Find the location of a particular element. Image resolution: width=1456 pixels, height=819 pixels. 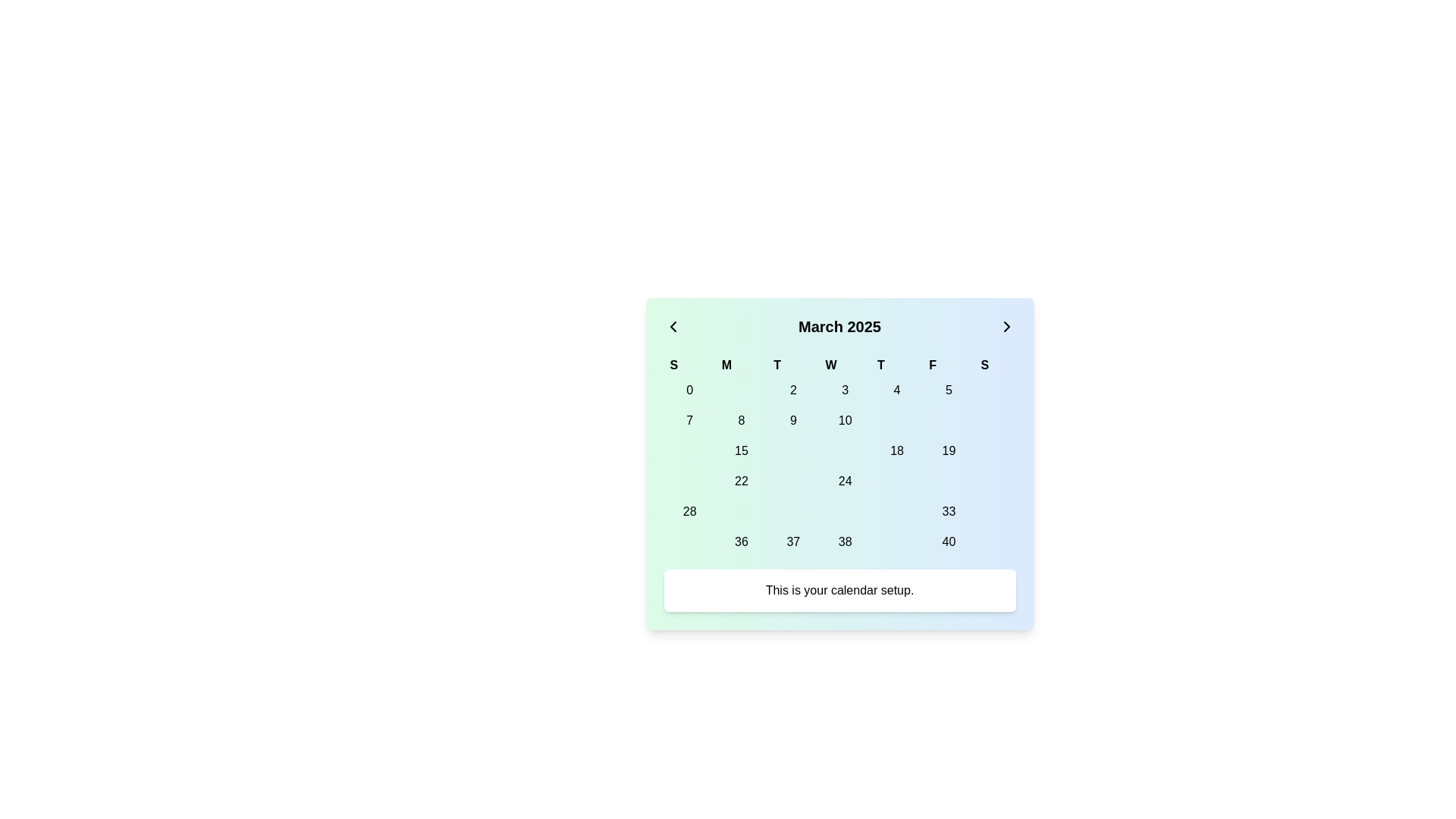

the text label displaying 'March 2025', which is prominently positioned at the top of the calendar interface and is visually centered between navigational buttons is located at coordinates (839, 326).